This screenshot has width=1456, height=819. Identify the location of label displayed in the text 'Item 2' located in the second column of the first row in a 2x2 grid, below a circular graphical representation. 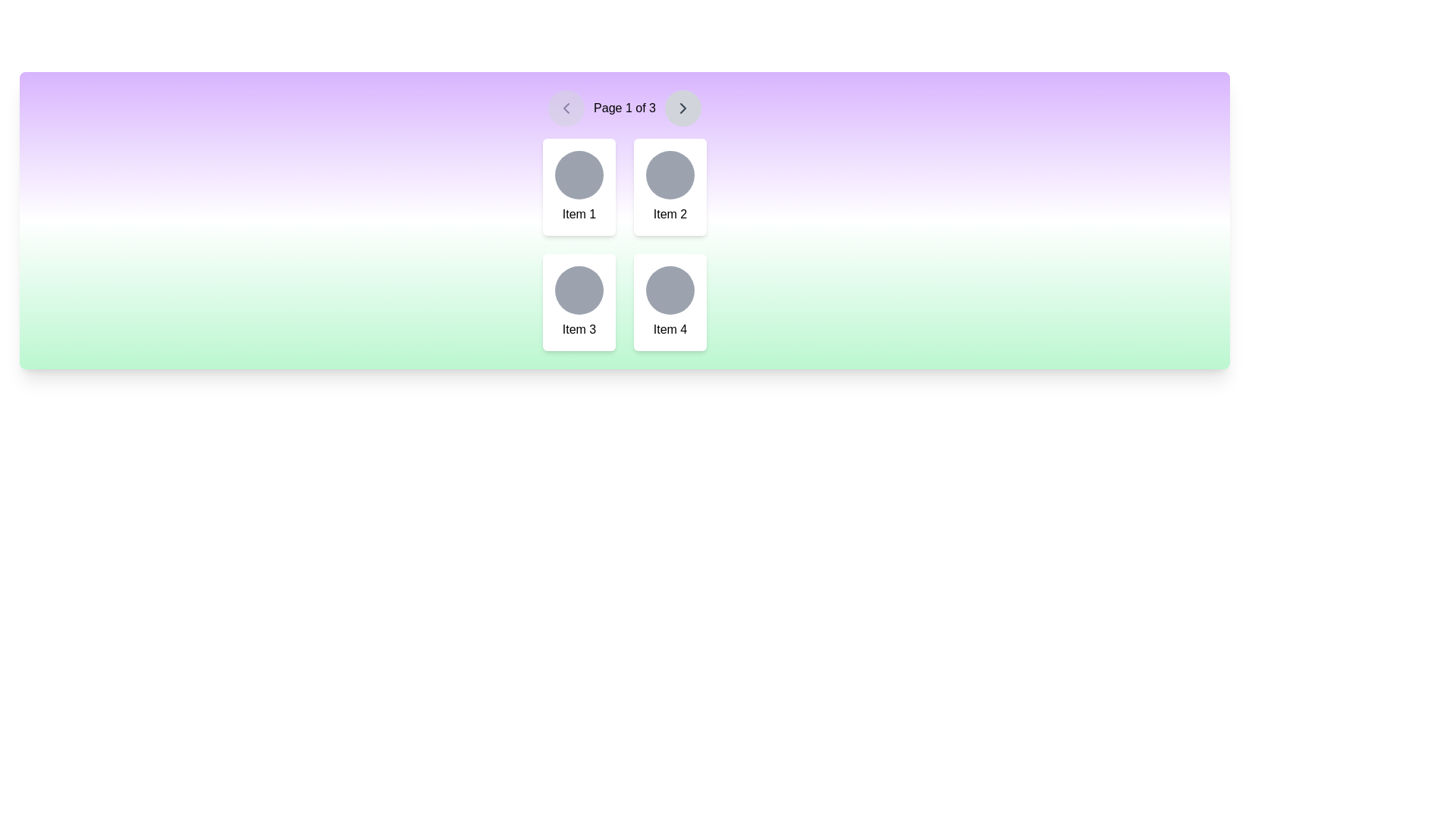
(669, 214).